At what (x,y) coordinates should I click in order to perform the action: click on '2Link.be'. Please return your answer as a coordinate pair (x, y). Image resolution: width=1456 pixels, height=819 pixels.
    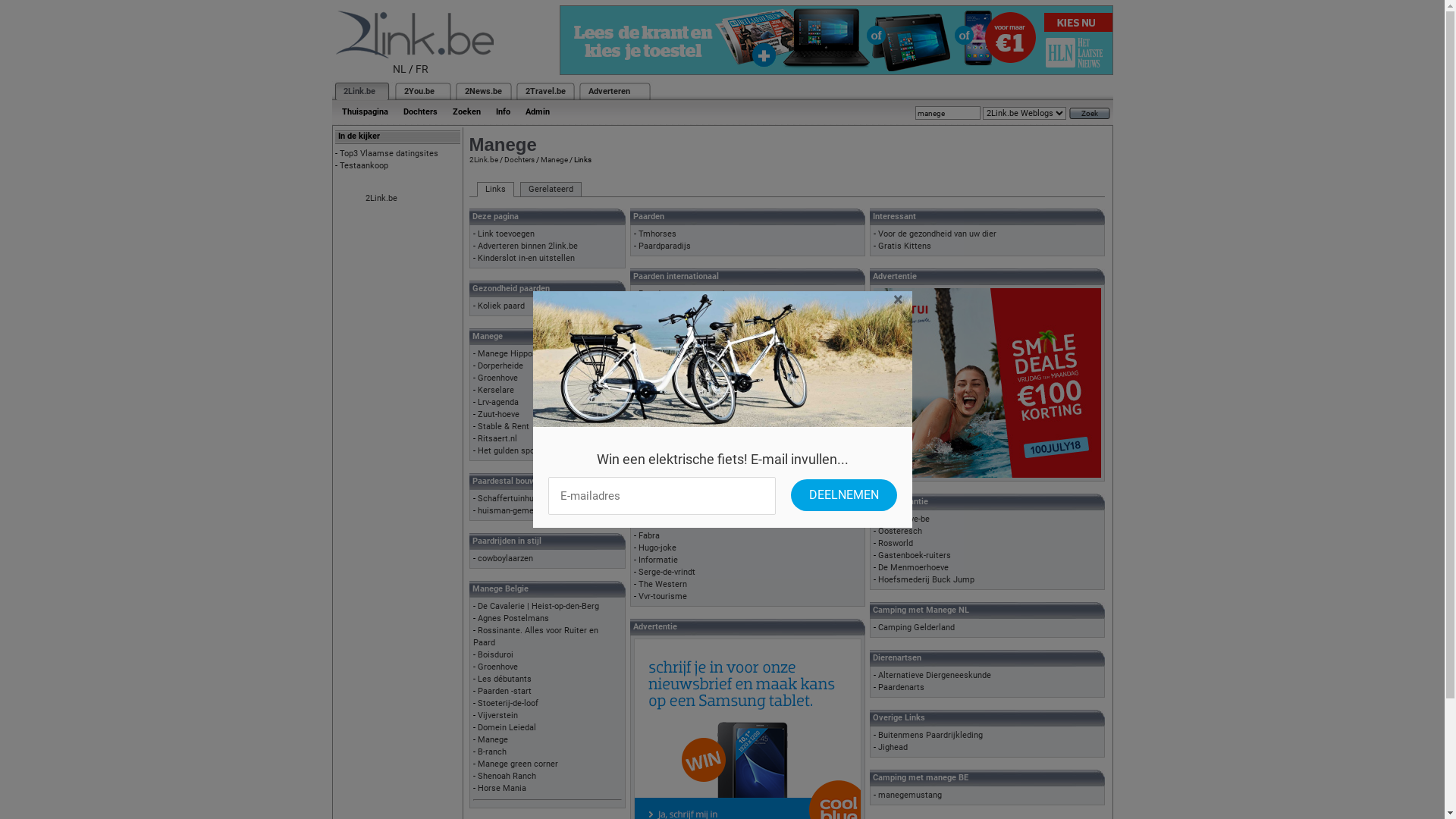
    Looking at the image, I should click on (381, 197).